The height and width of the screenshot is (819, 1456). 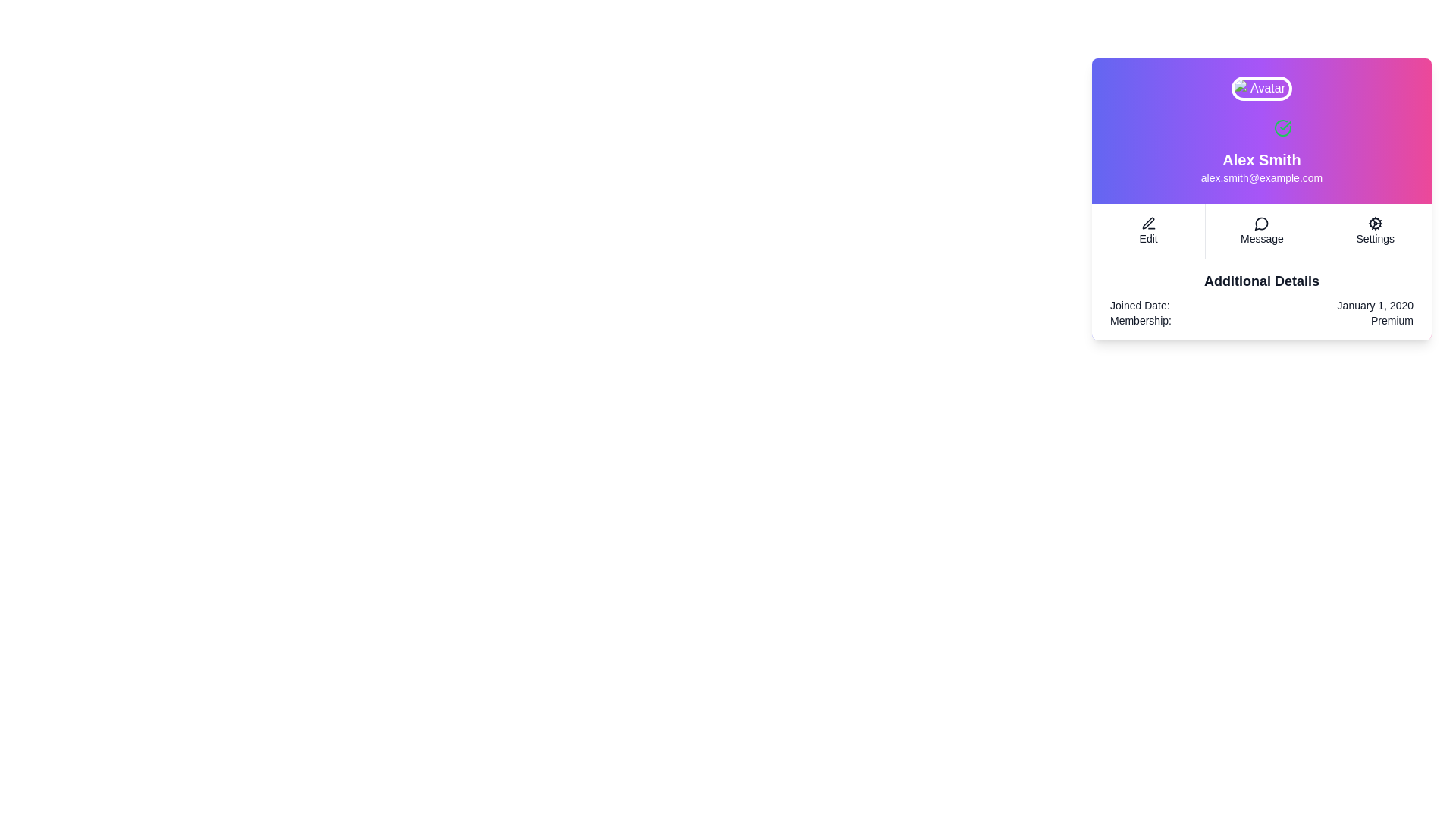 What do you see at coordinates (1392, 320) in the screenshot?
I see `the static text label indicating the user's membership type, located to the right of 'Membership:' on the horizontal line of membership details` at bounding box center [1392, 320].